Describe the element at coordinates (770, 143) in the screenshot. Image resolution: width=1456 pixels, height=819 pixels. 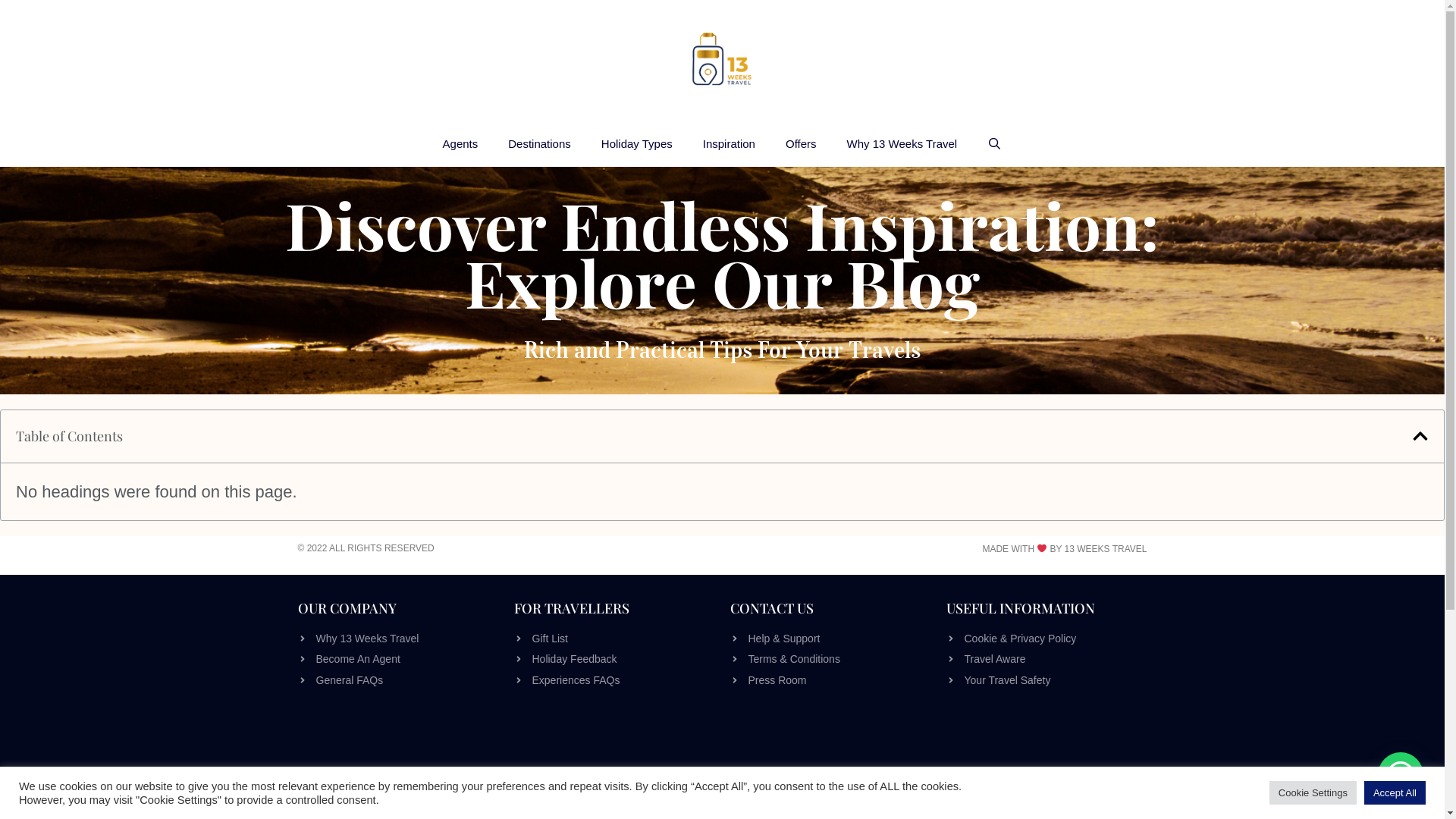
I see `'Offers'` at that location.